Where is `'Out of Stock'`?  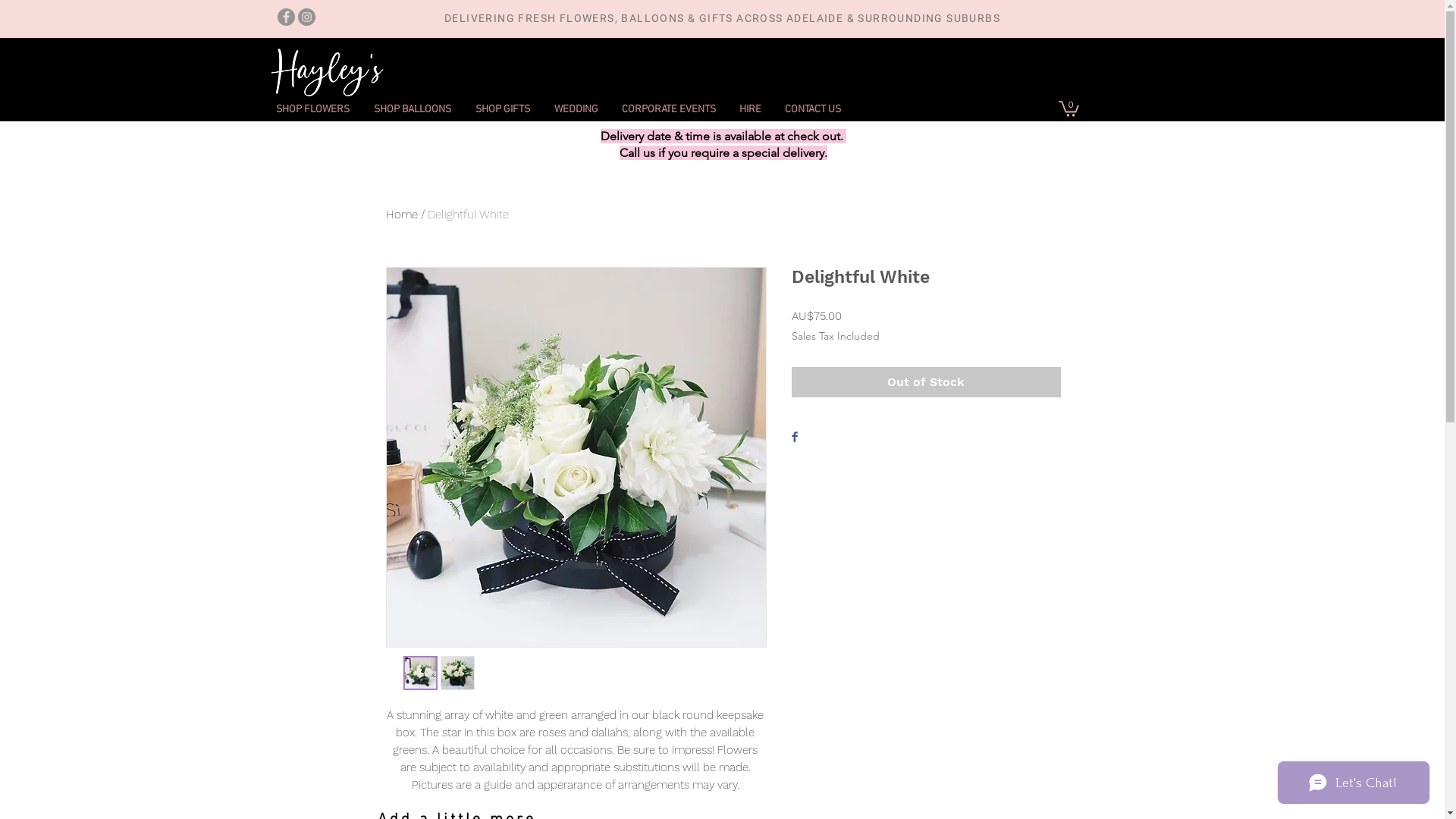 'Out of Stock' is located at coordinates (925, 381).